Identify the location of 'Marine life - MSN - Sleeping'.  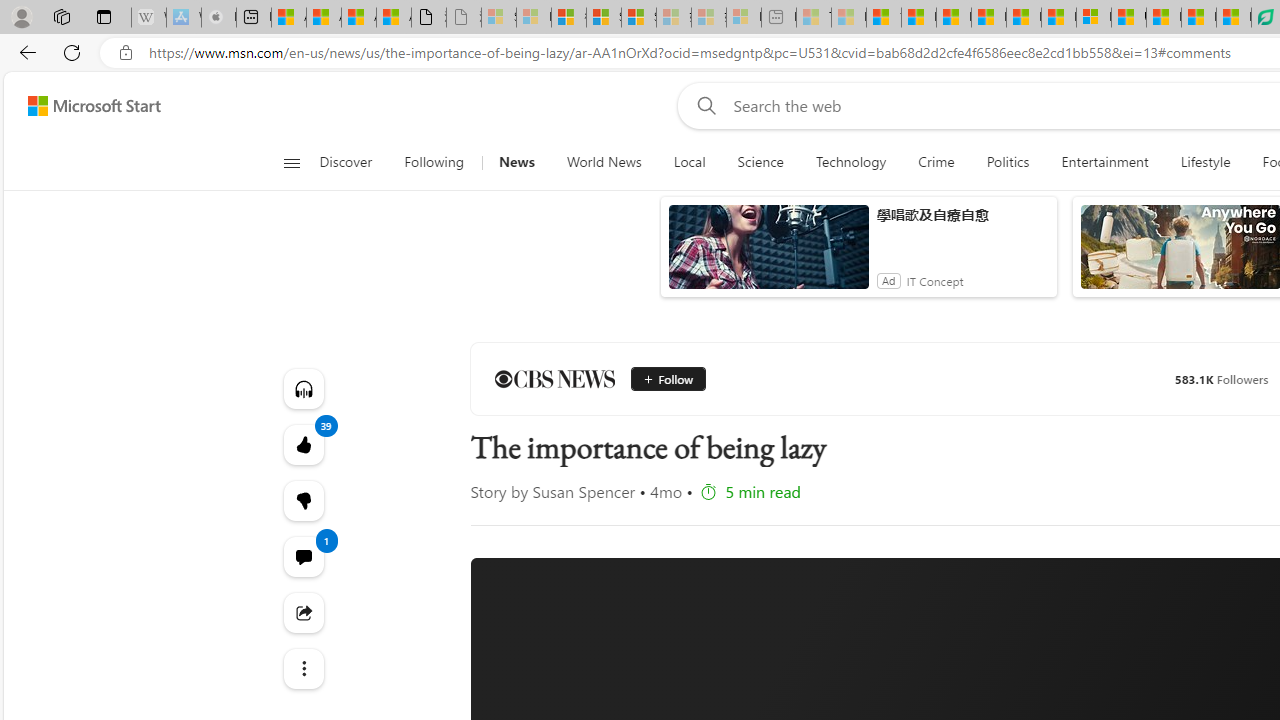
(849, 17).